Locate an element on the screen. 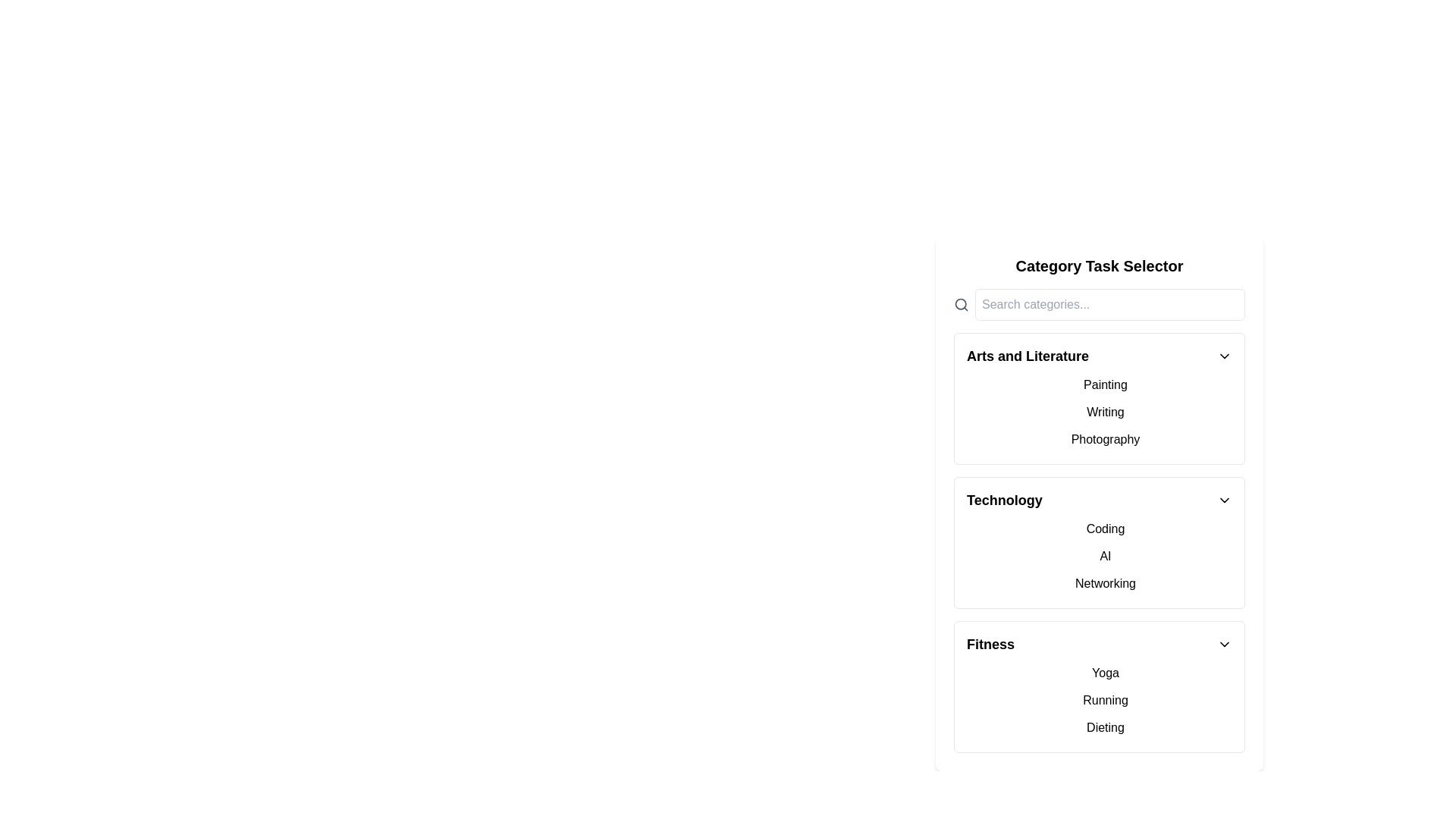 The width and height of the screenshot is (1456, 819). the 'Arts and Literature' text label, which is styled in bold and larger font, positioned prominently in the 'Category Task Selector' section is located at coordinates (1028, 356).